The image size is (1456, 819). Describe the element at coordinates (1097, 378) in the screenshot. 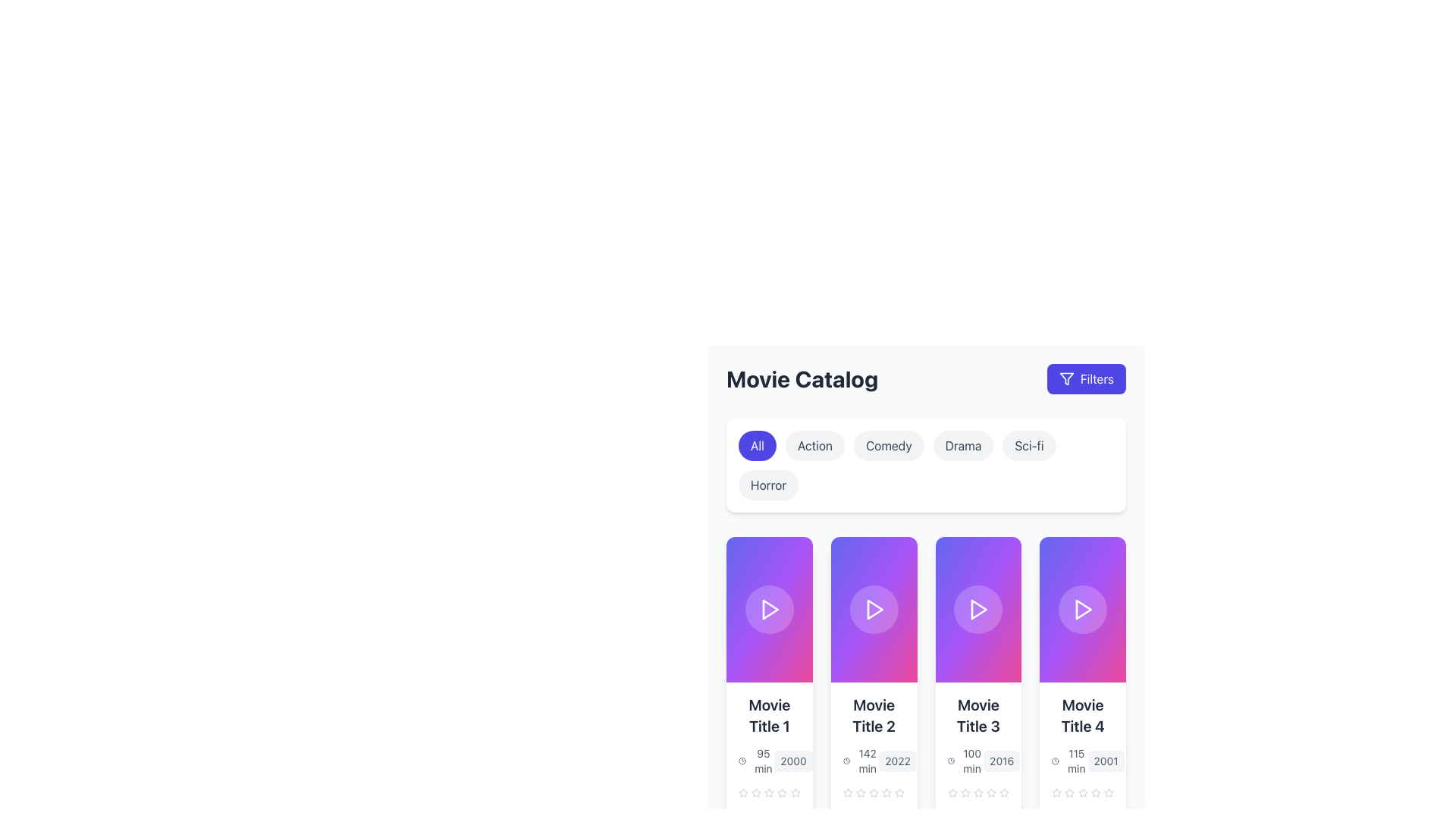

I see `the 'Filters' button, which is a white text on a purple button with rounded corners, located in the top-right corner of the visible content body` at that location.